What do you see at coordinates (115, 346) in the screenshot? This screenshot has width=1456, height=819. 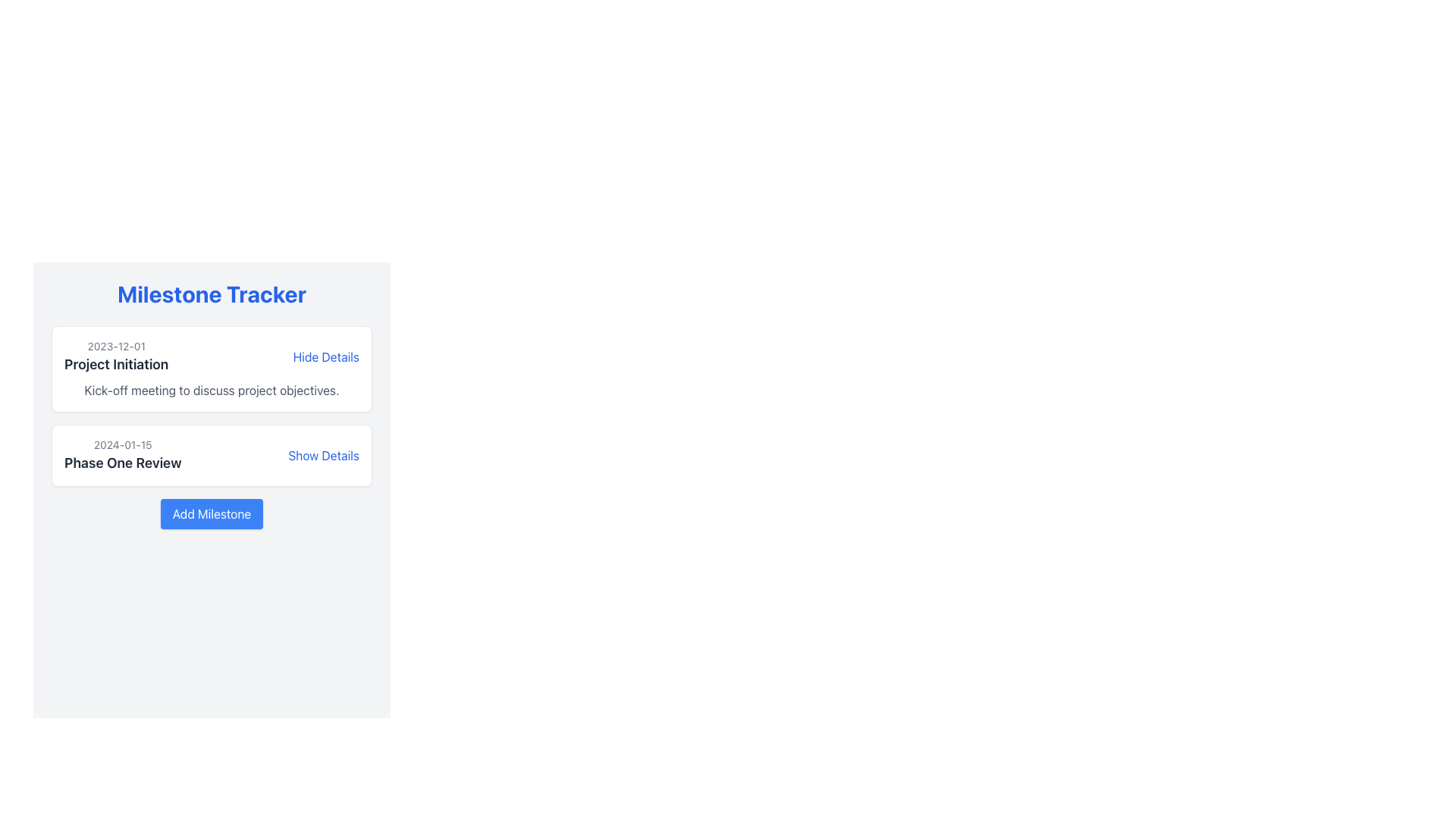 I see `the static text label displaying the date '2023-12-01', which is positioned above the title 'Project Initiation'` at bounding box center [115, 346].